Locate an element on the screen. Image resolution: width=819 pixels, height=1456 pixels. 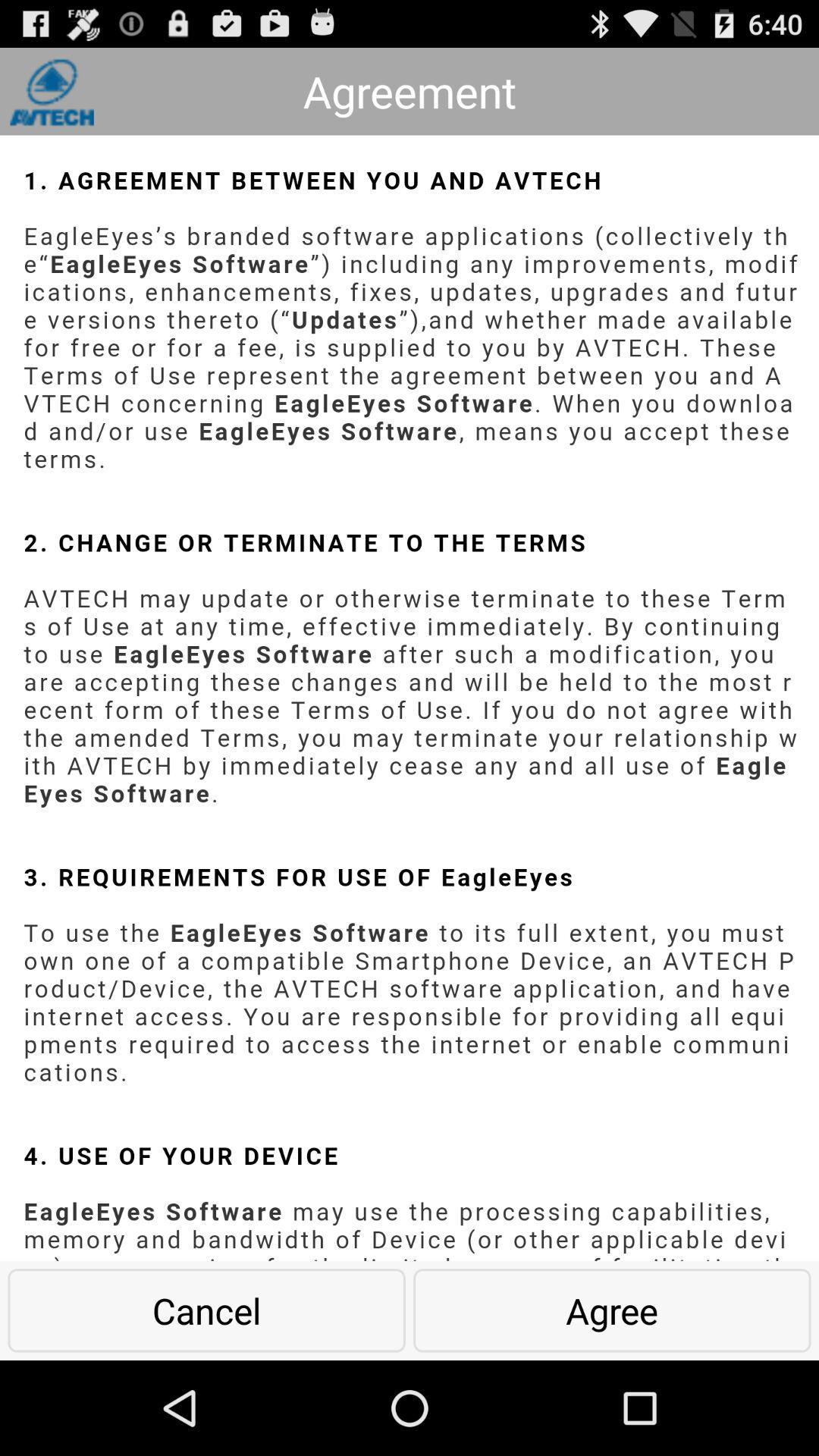
scroll down to read agreement is located at coordinates (409, 697).